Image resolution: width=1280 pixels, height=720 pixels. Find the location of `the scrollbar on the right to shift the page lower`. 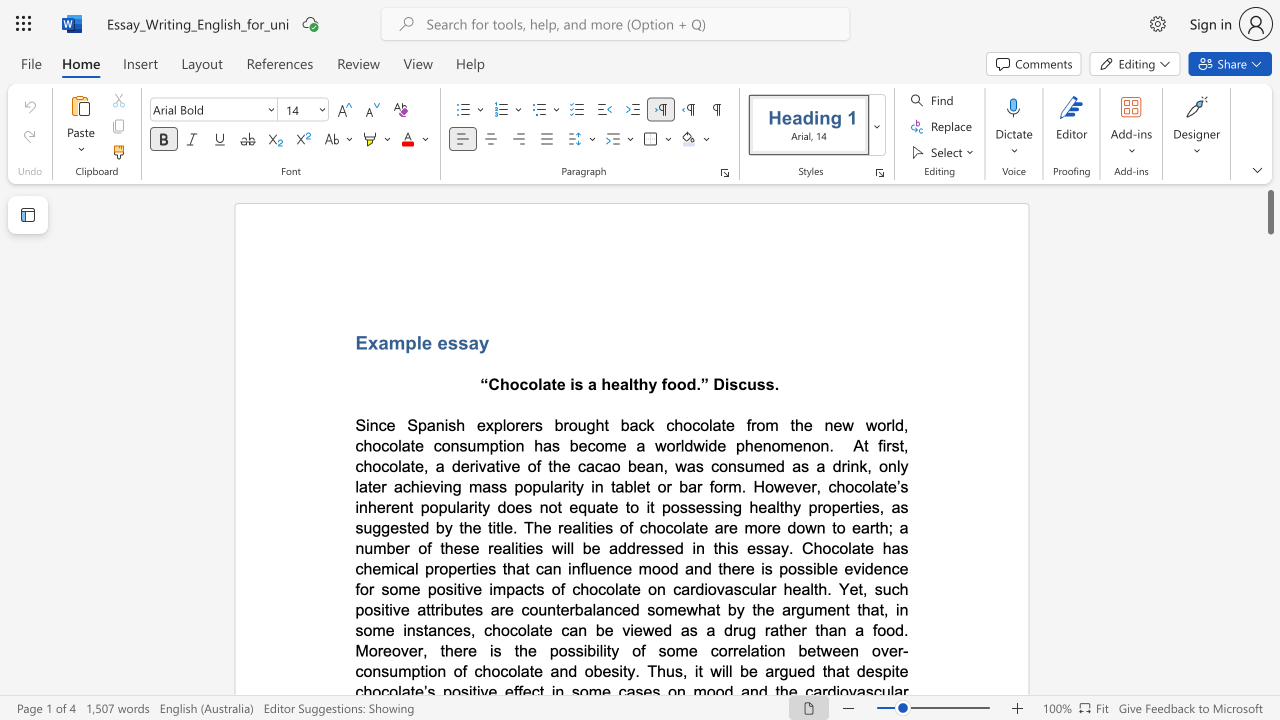

the scrollbar on the right to shift the page lower is located at coordinates (1269, 580).